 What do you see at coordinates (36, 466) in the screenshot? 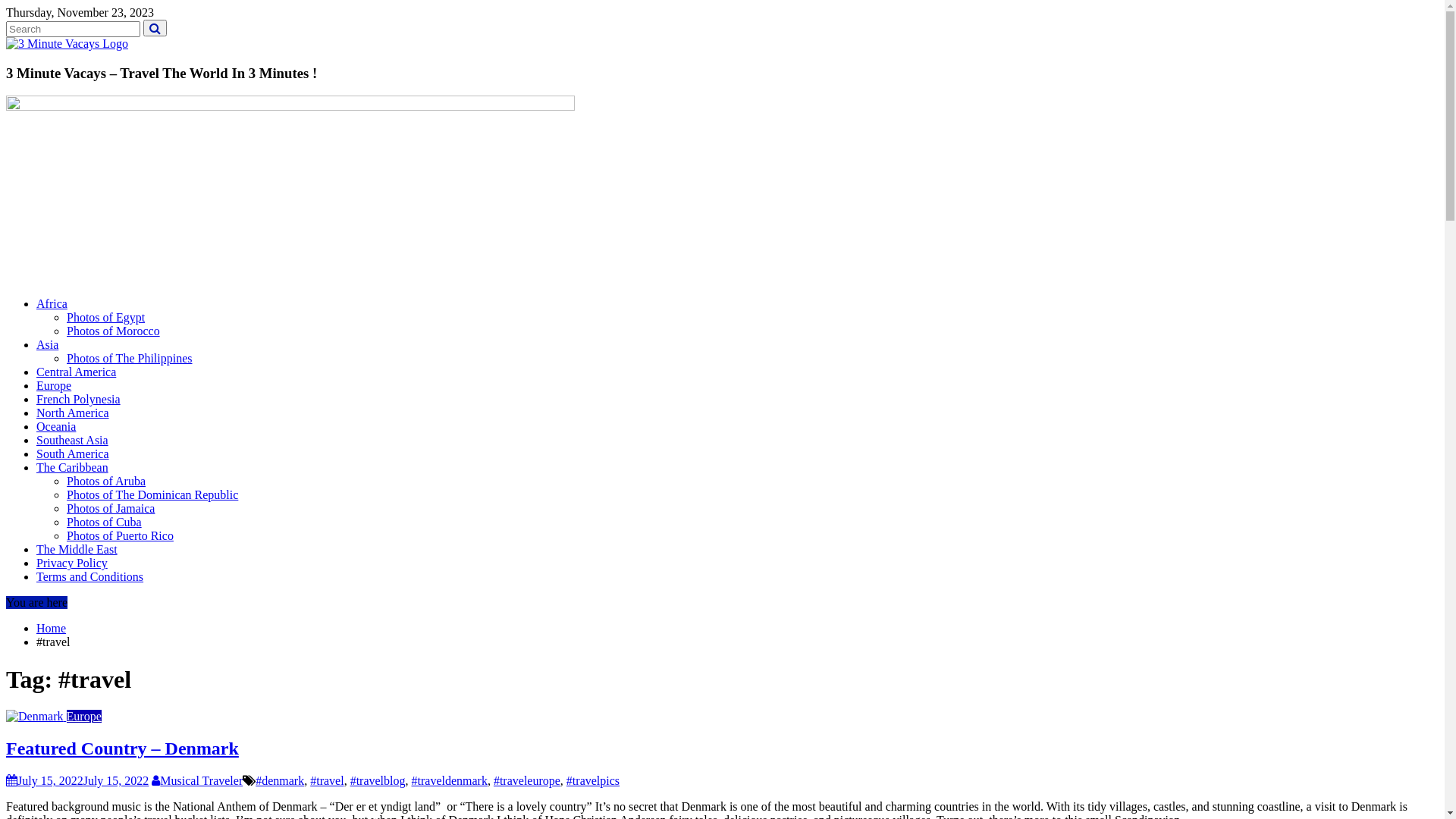
I see `'The Caribbean'` at bounding box center [36, 466].